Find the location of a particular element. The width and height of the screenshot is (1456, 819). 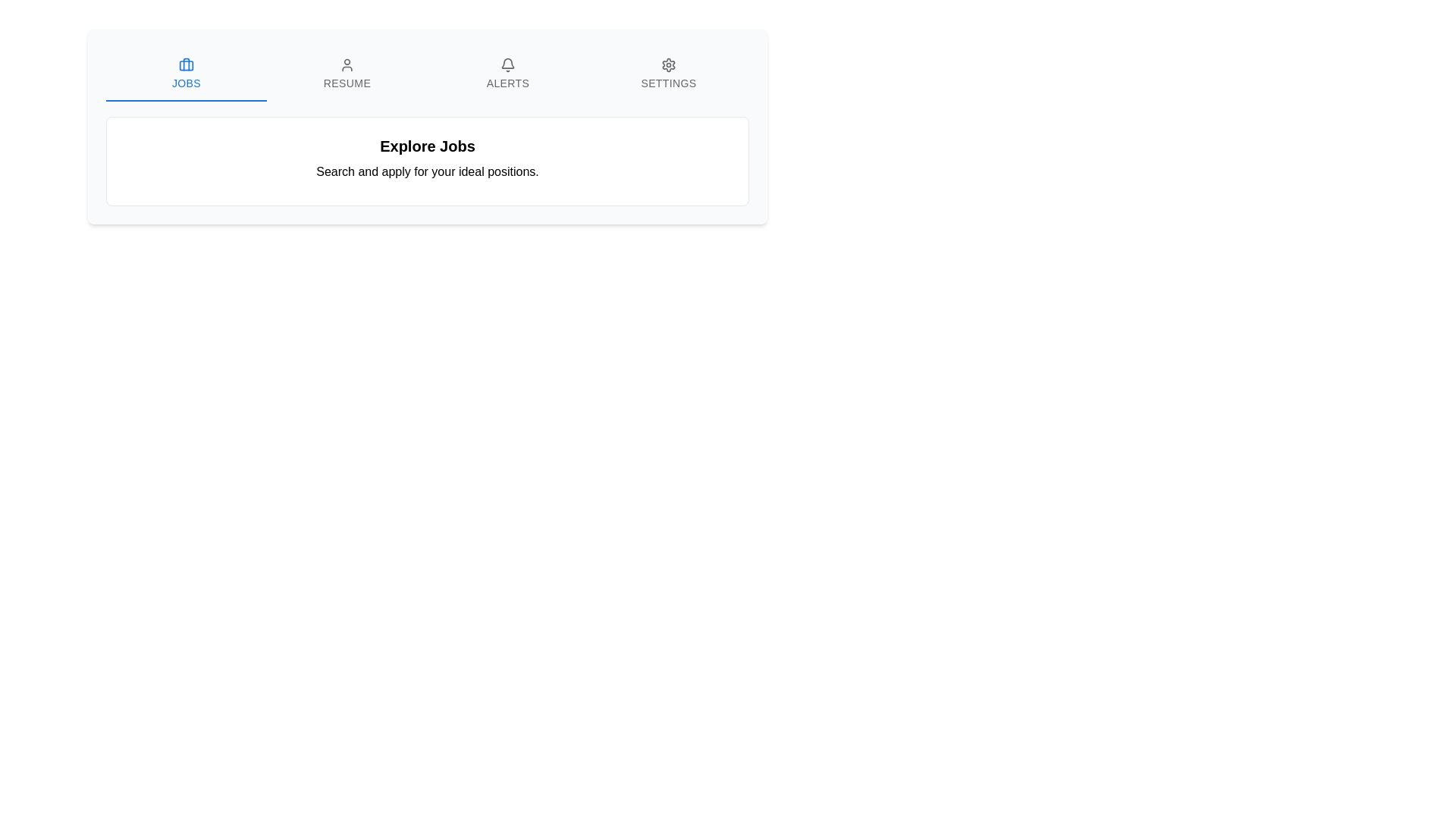

the 'Settings' icon is located at coordinates (668, 64).